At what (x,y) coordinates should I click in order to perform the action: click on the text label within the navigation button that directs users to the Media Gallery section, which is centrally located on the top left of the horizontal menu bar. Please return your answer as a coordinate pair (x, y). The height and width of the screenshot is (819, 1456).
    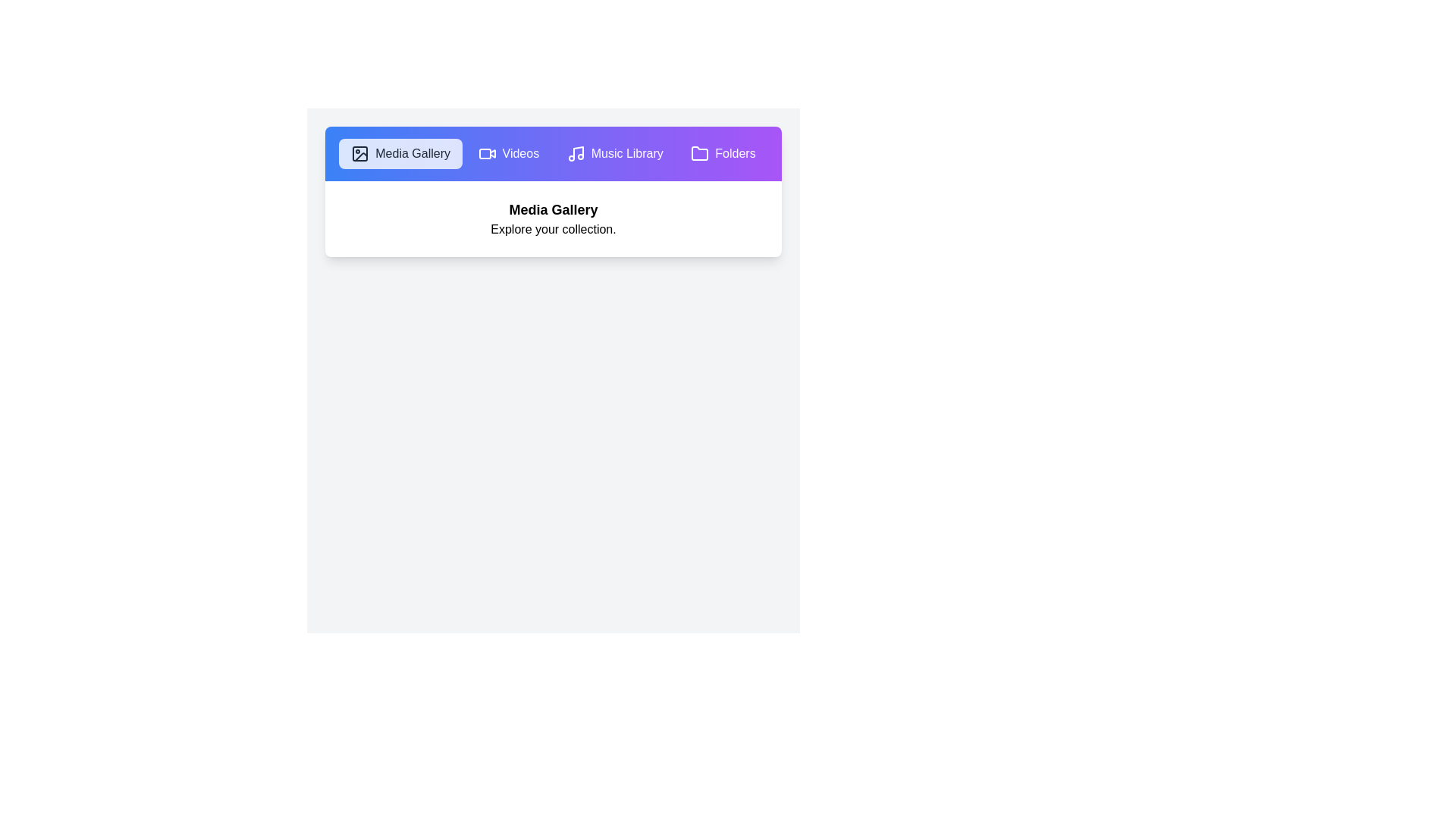
    Looking at the image, I should click on (413, 154).